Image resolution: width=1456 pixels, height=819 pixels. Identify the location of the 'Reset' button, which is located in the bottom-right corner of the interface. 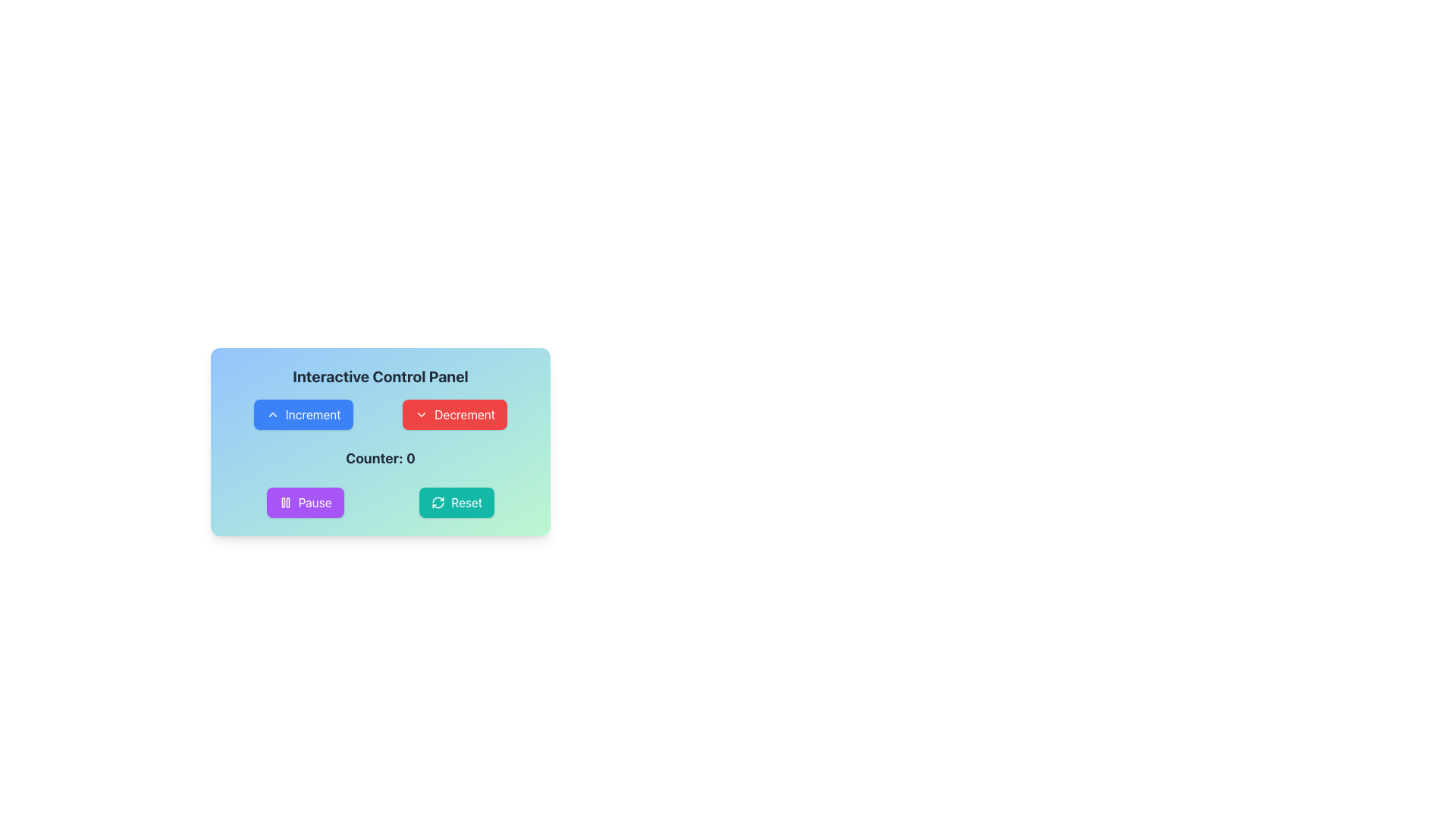
(438, 503).